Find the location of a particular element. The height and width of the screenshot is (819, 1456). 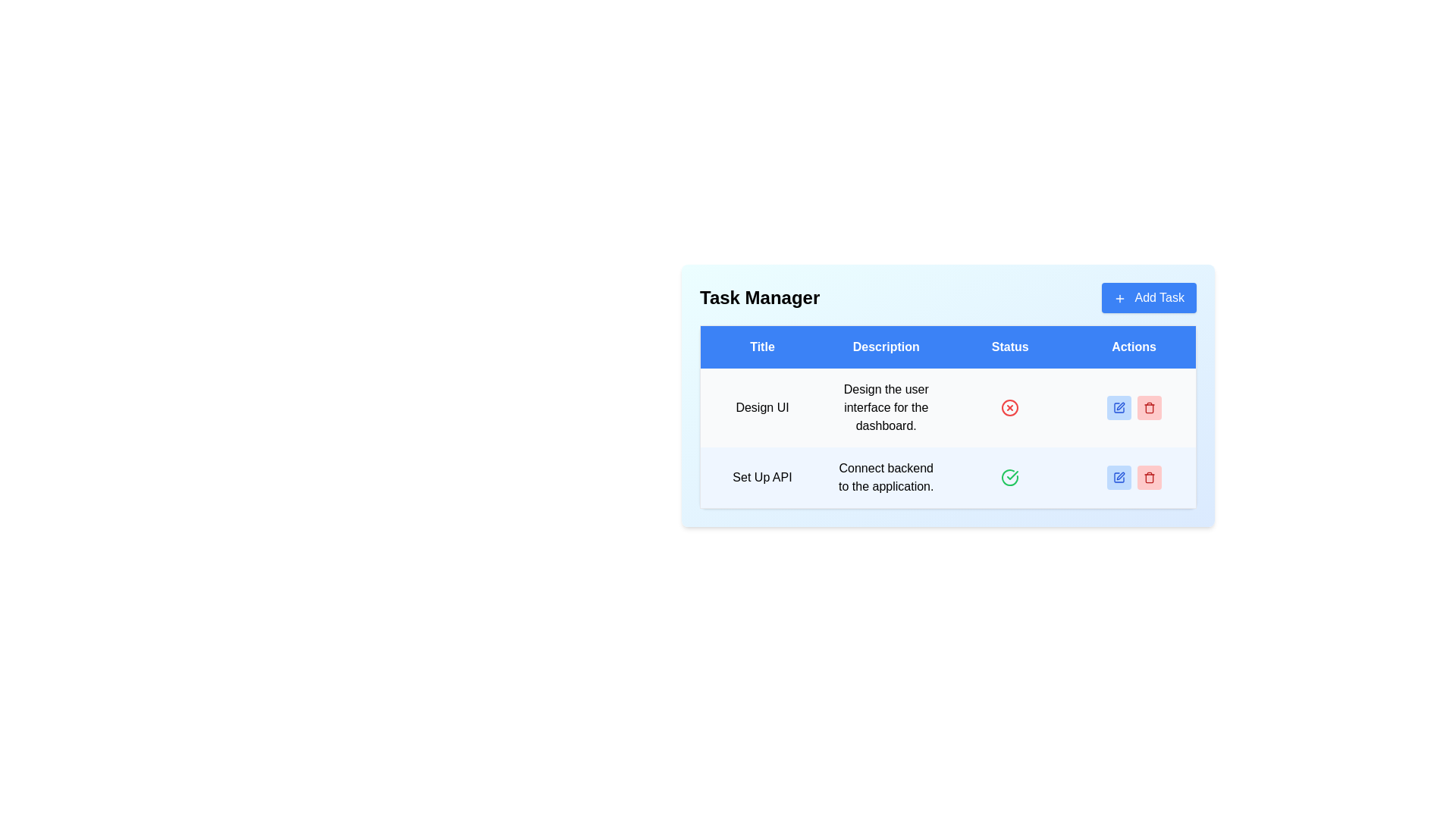

the editable icon in the 'Actions' column of the 'Set Up API' task row is located at coordinates (1119, 476).